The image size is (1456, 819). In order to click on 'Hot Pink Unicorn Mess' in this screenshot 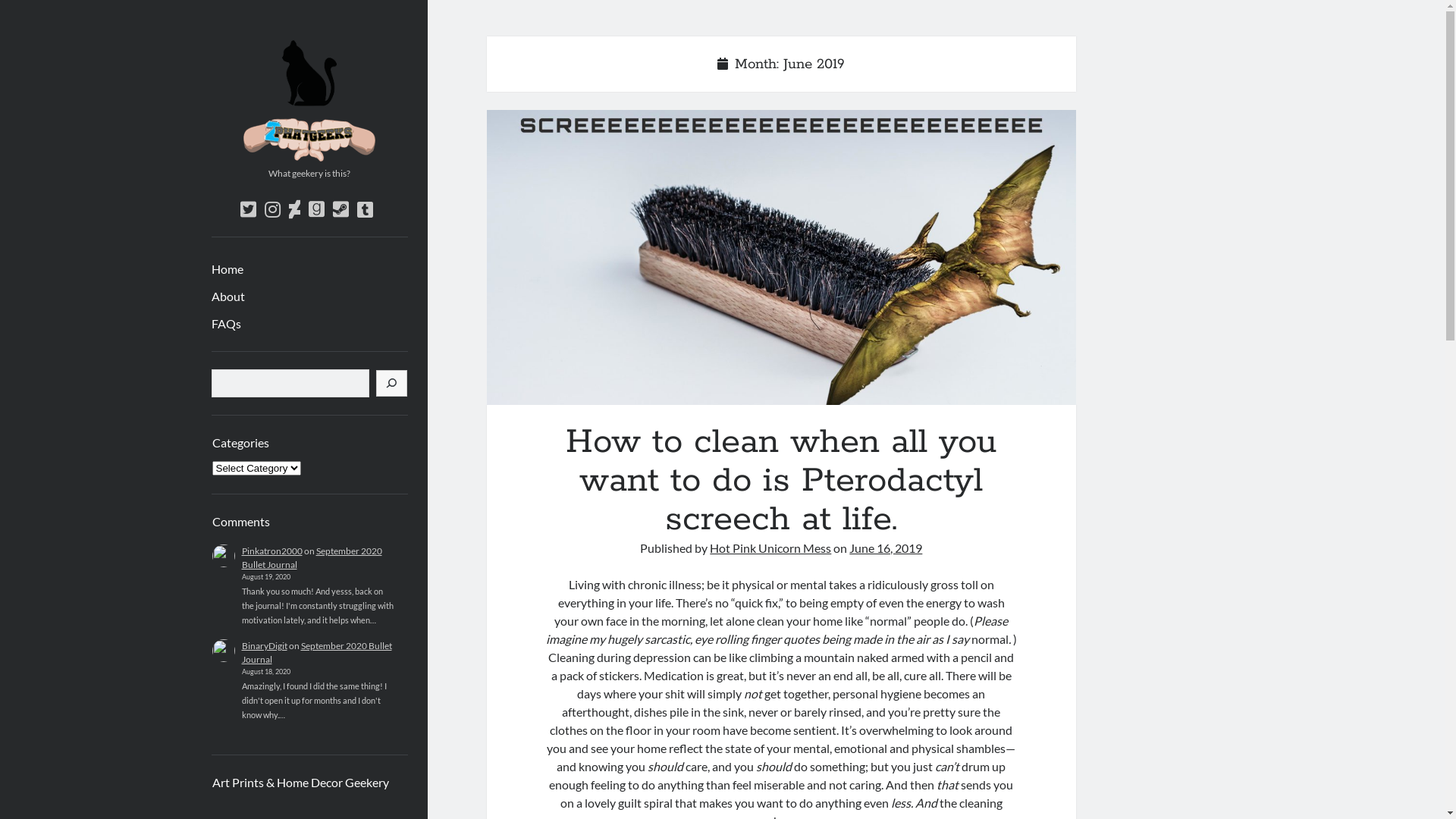, I will do `click(770, 548)`.